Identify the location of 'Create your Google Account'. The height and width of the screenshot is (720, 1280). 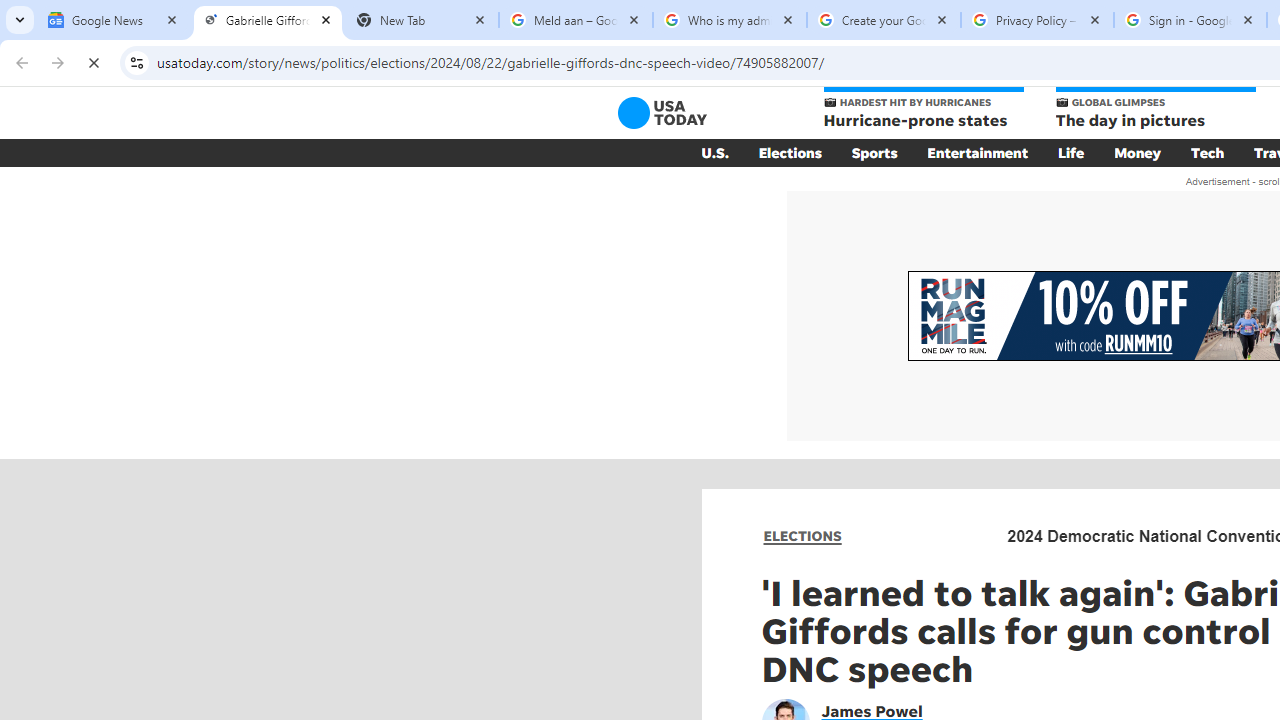
(882, 20).